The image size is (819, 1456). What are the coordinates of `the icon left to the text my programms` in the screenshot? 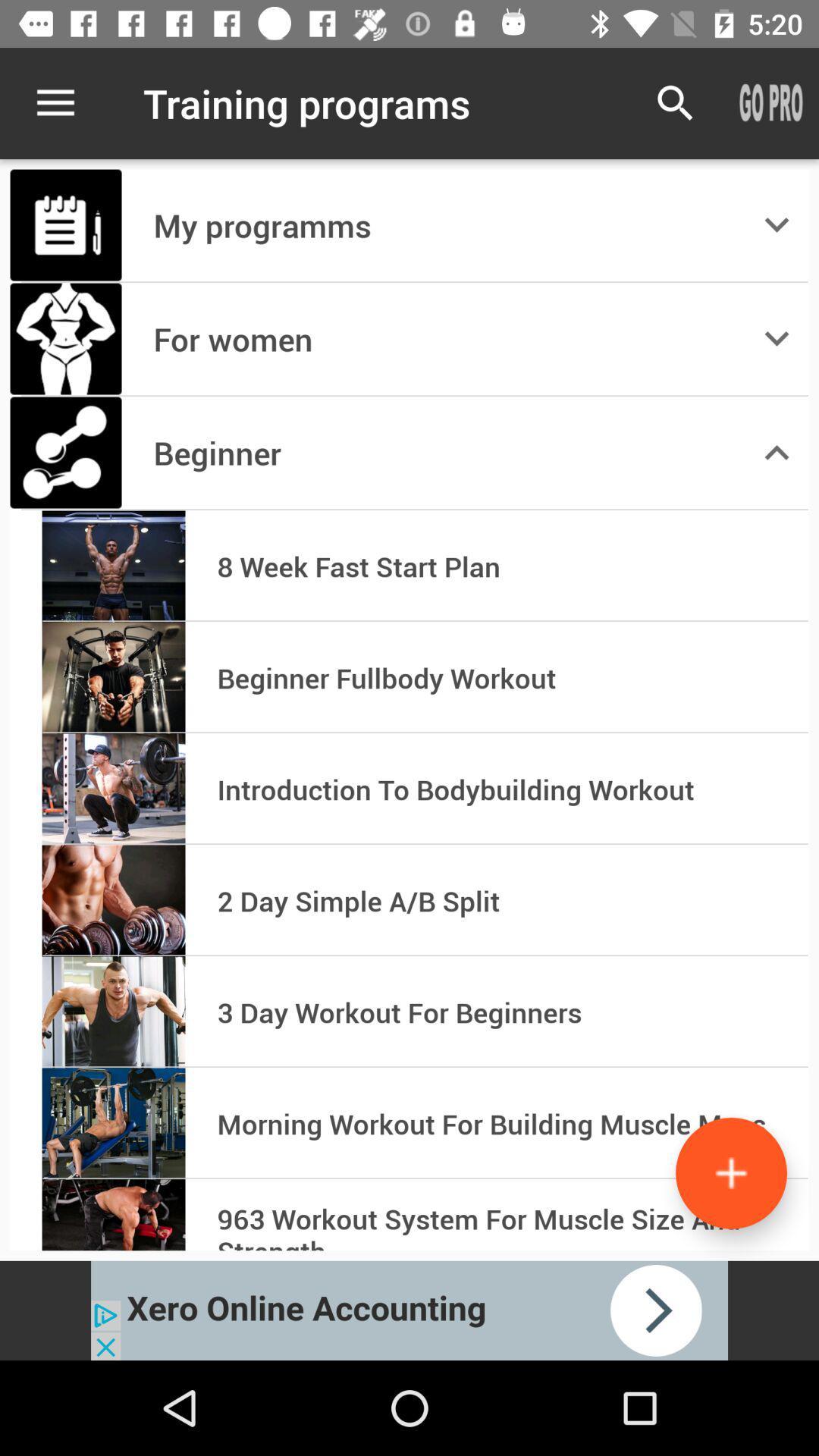 It's located at (65, 224).